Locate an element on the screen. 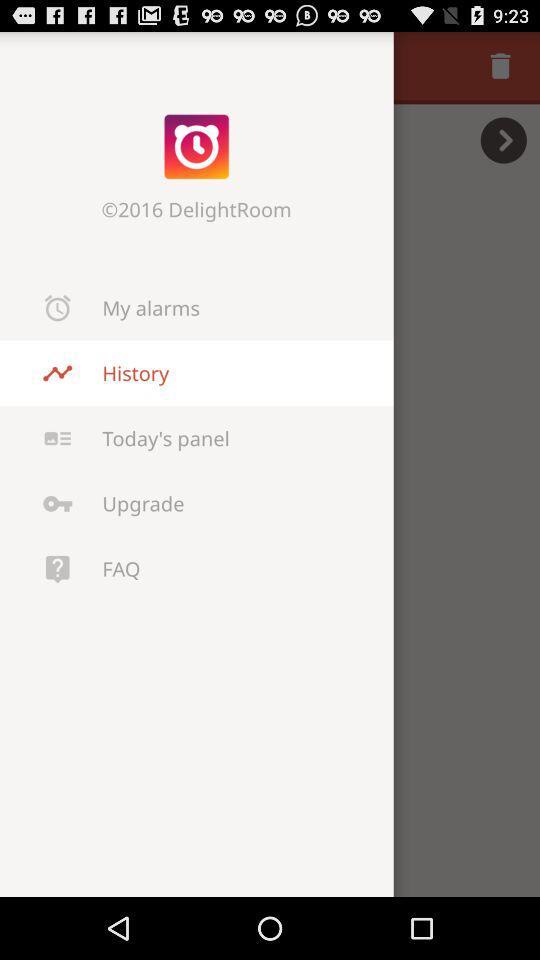  the delete icon is located at coordinates (499, 70).